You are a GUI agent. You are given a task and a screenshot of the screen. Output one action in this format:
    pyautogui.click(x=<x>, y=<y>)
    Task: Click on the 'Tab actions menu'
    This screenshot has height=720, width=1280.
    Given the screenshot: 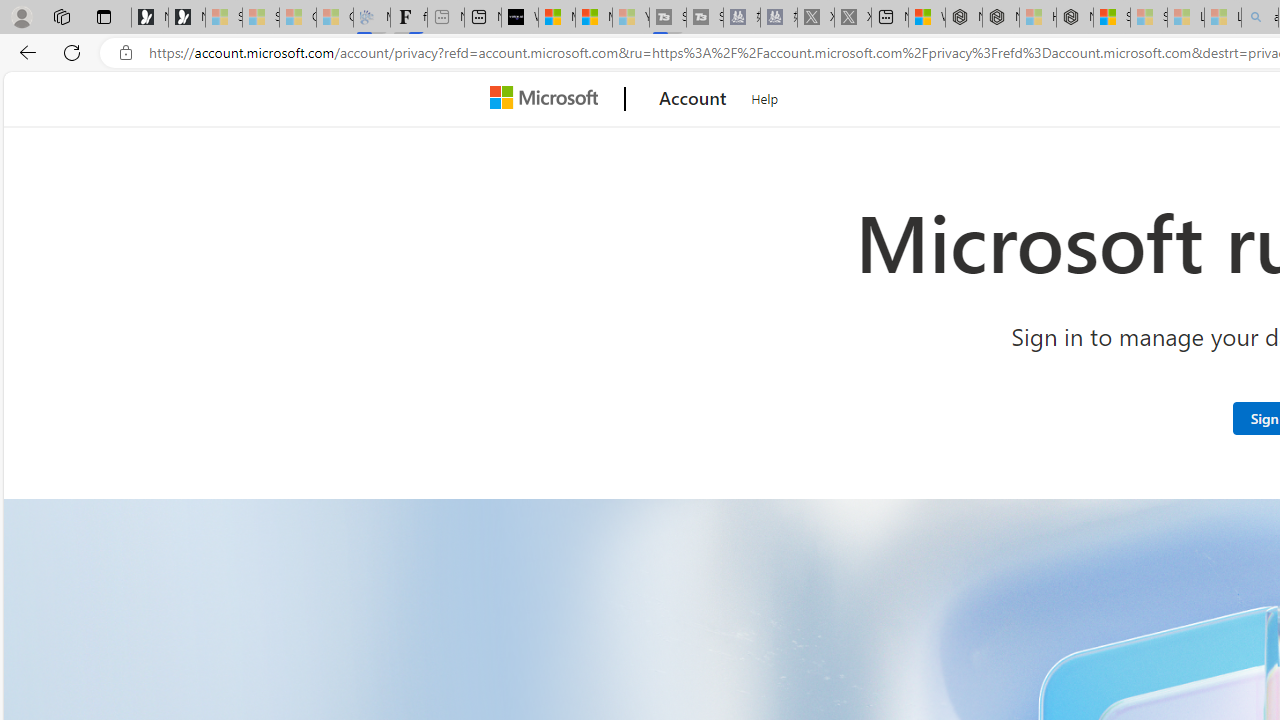 What is the action you would take?
    pyautogui.click(x=103, y=16)
    